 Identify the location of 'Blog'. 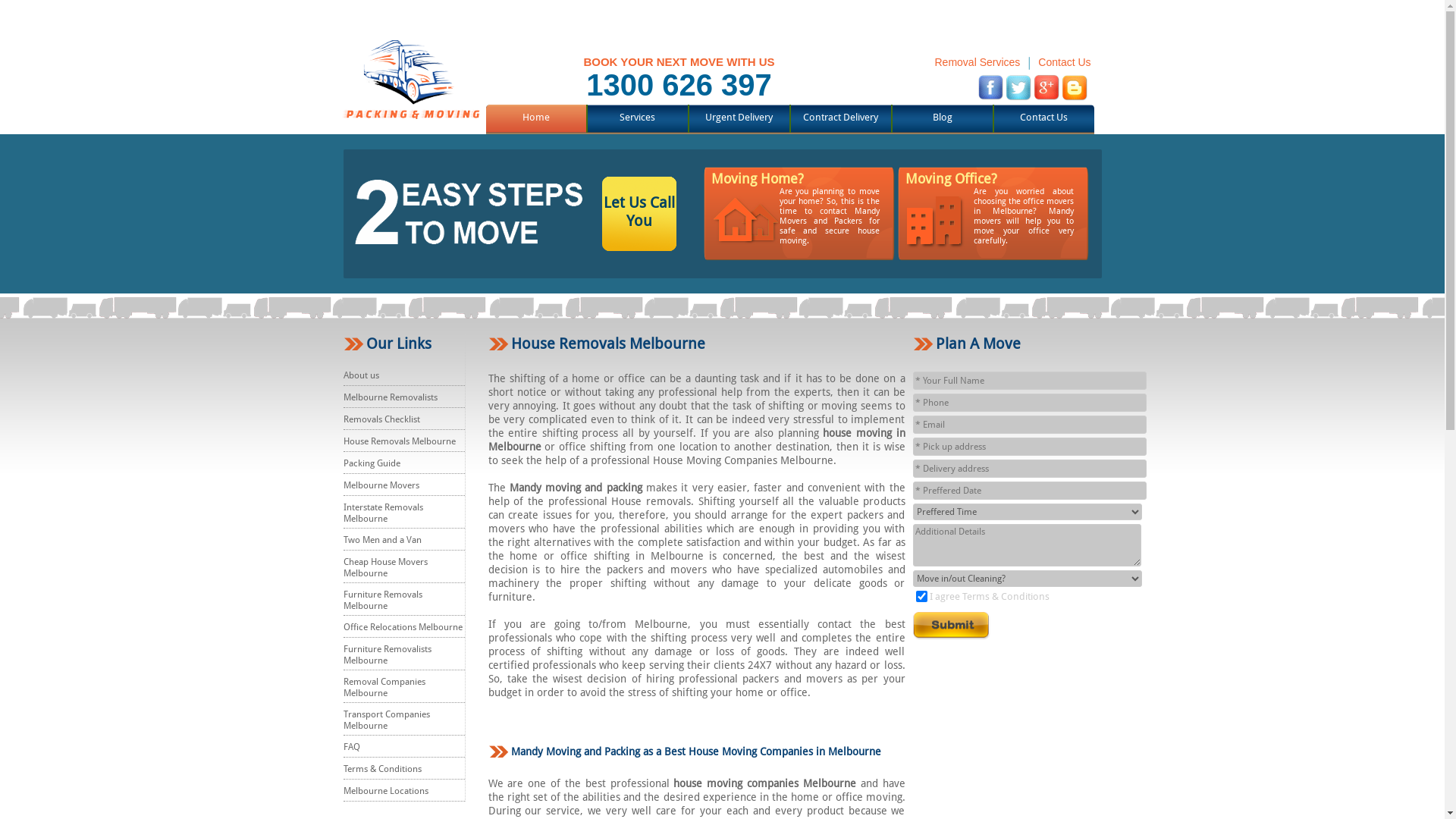
(942, 116).